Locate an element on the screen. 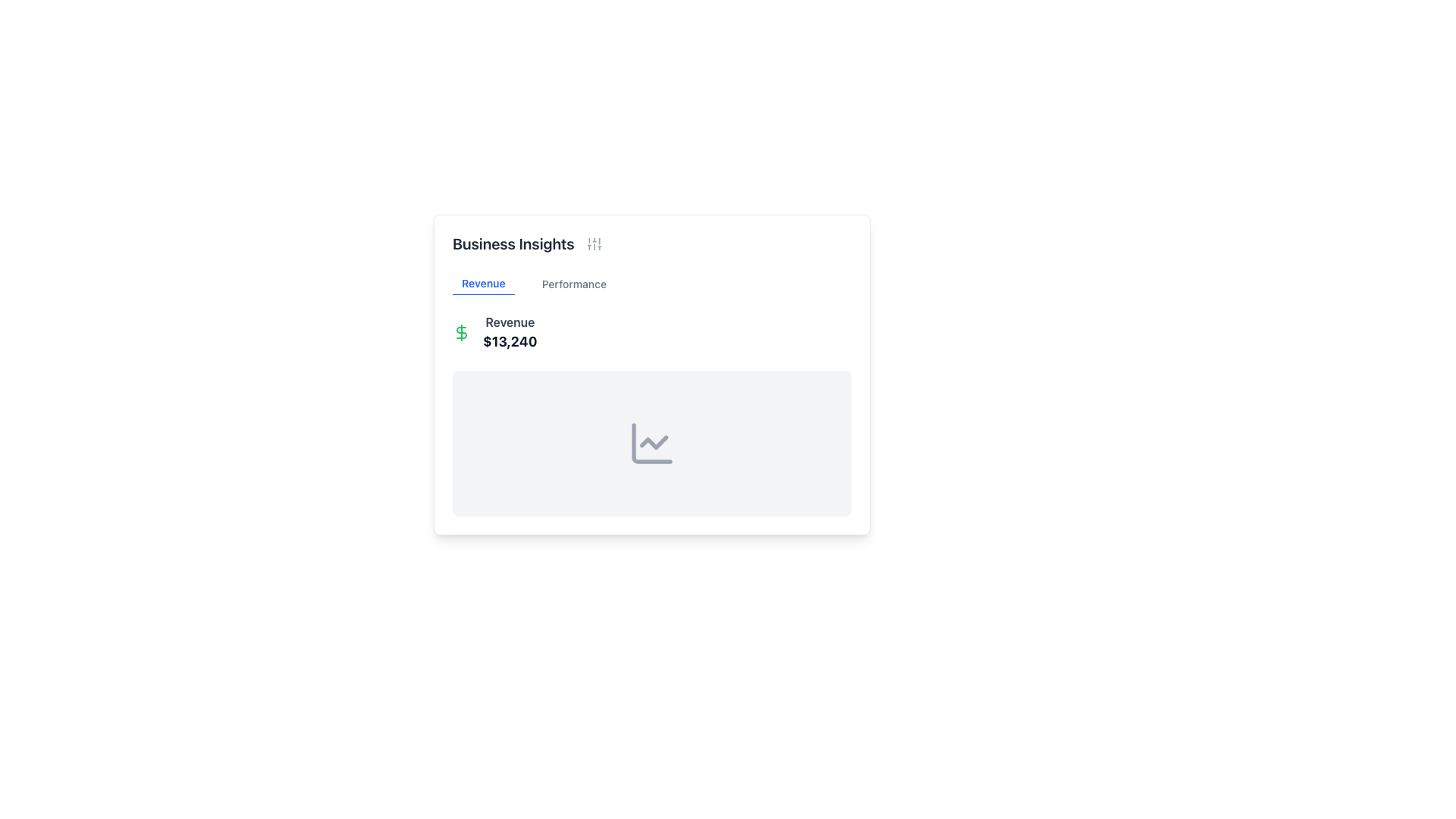 This screenshot has width=1456, height=819. the line chart icon in the 'Business Insights' card located in the 'Revenue' section for related functionalities is located at coordinates (651, 444).